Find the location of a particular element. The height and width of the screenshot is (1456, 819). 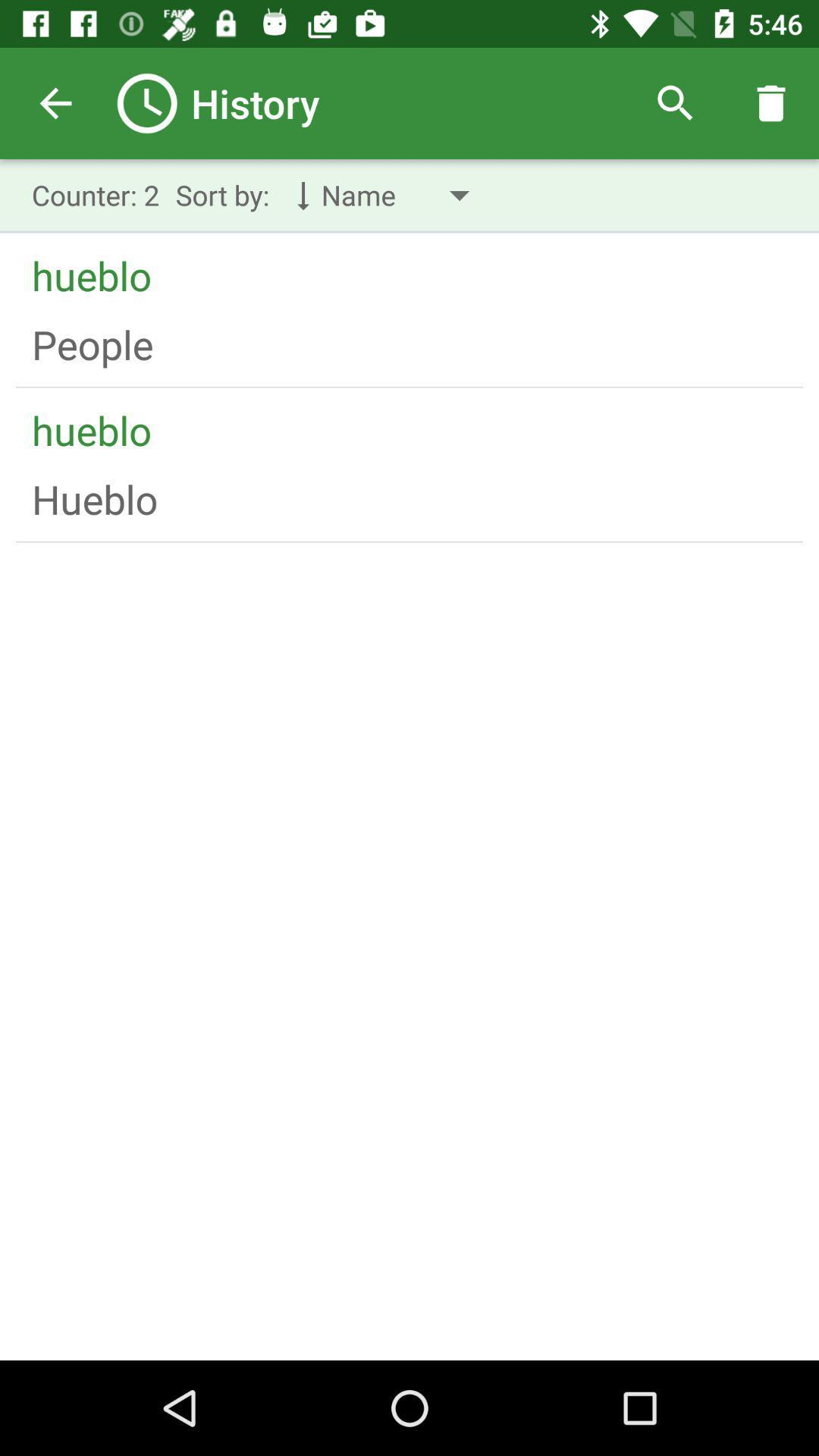

the delete icon which is at the right top corner is located at coordinates (771, 103).